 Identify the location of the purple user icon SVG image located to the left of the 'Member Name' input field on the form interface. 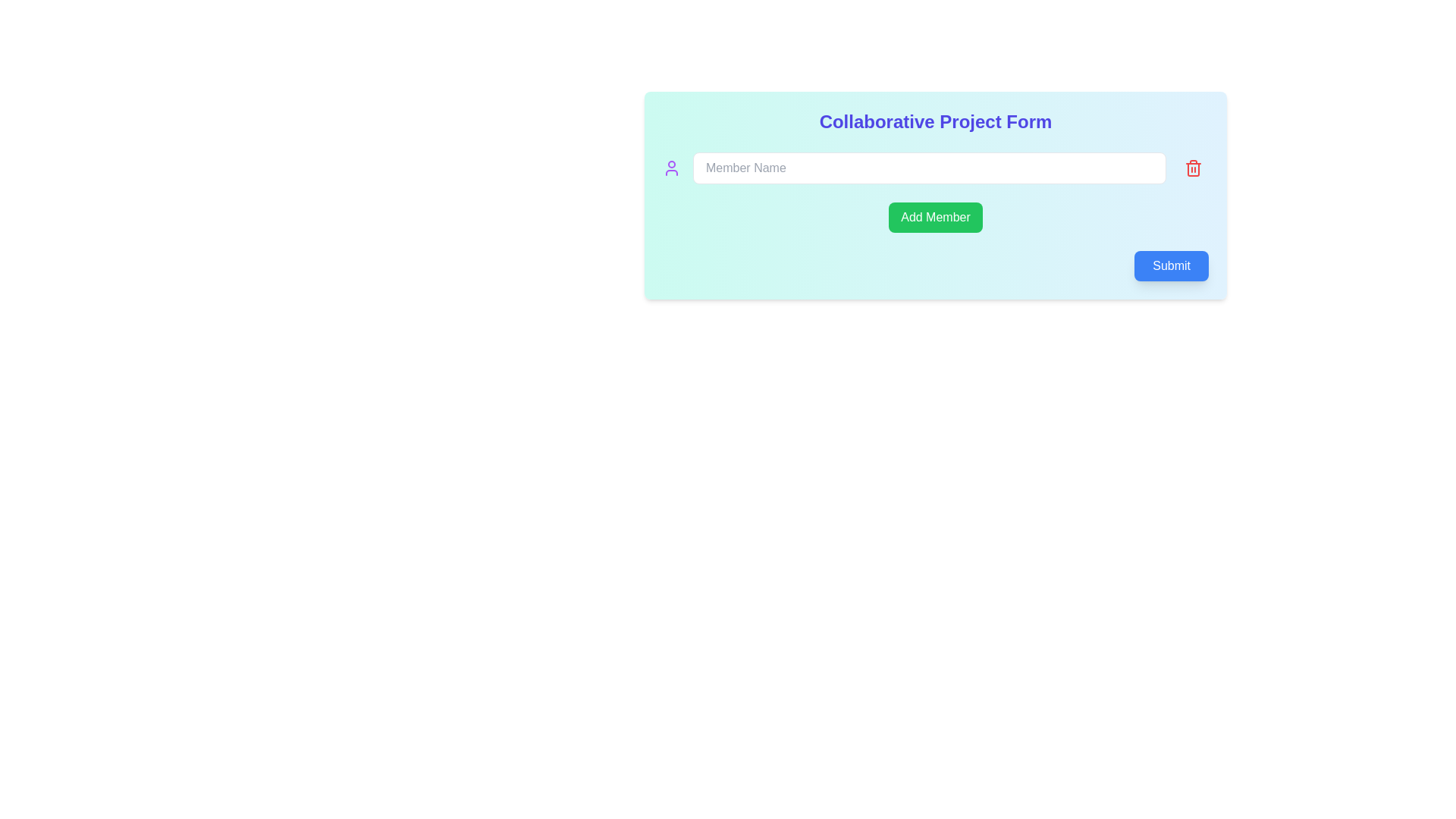
(671, 168).